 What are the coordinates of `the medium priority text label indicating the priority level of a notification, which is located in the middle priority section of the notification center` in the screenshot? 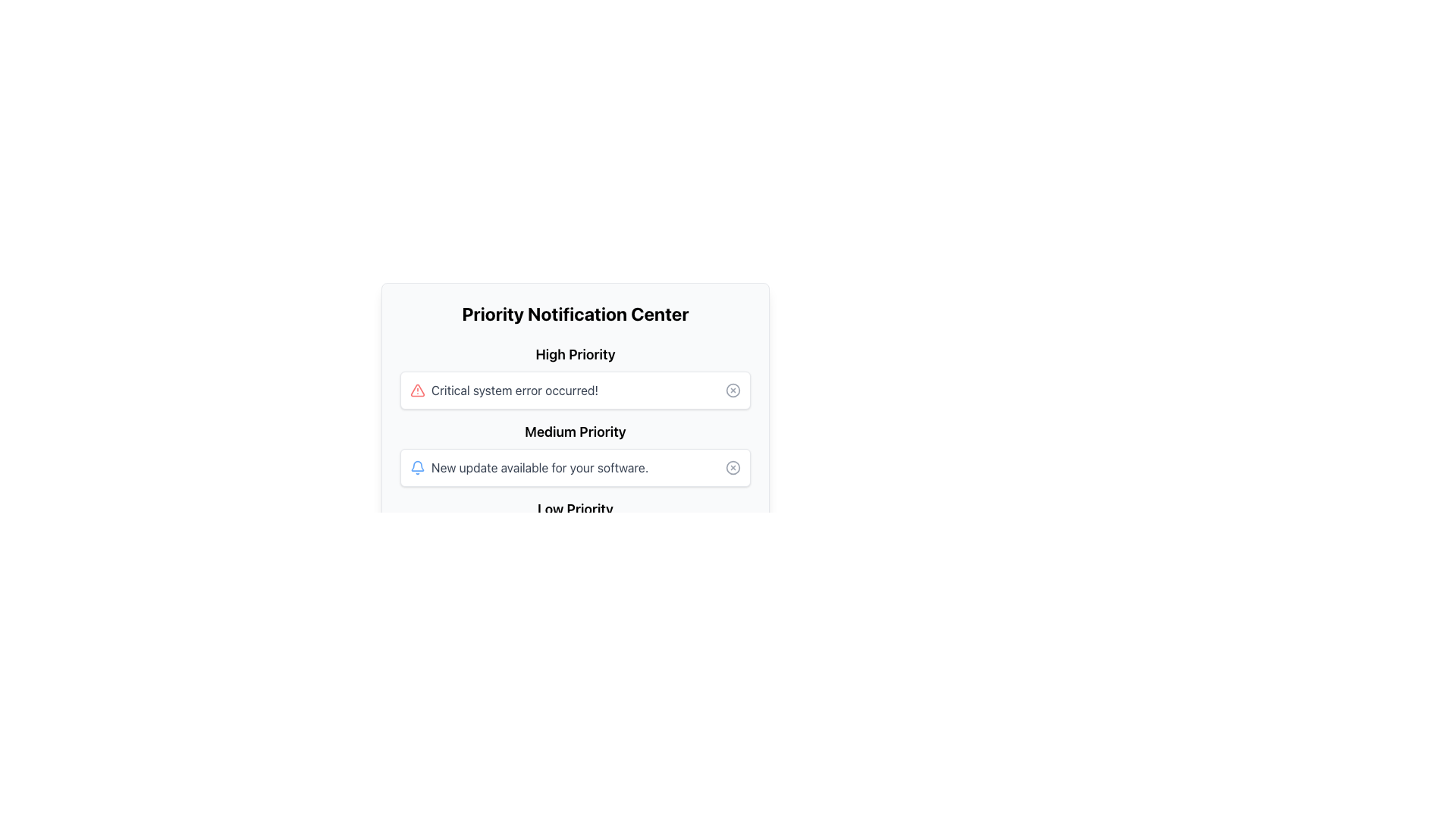 It's located at (574, 432).